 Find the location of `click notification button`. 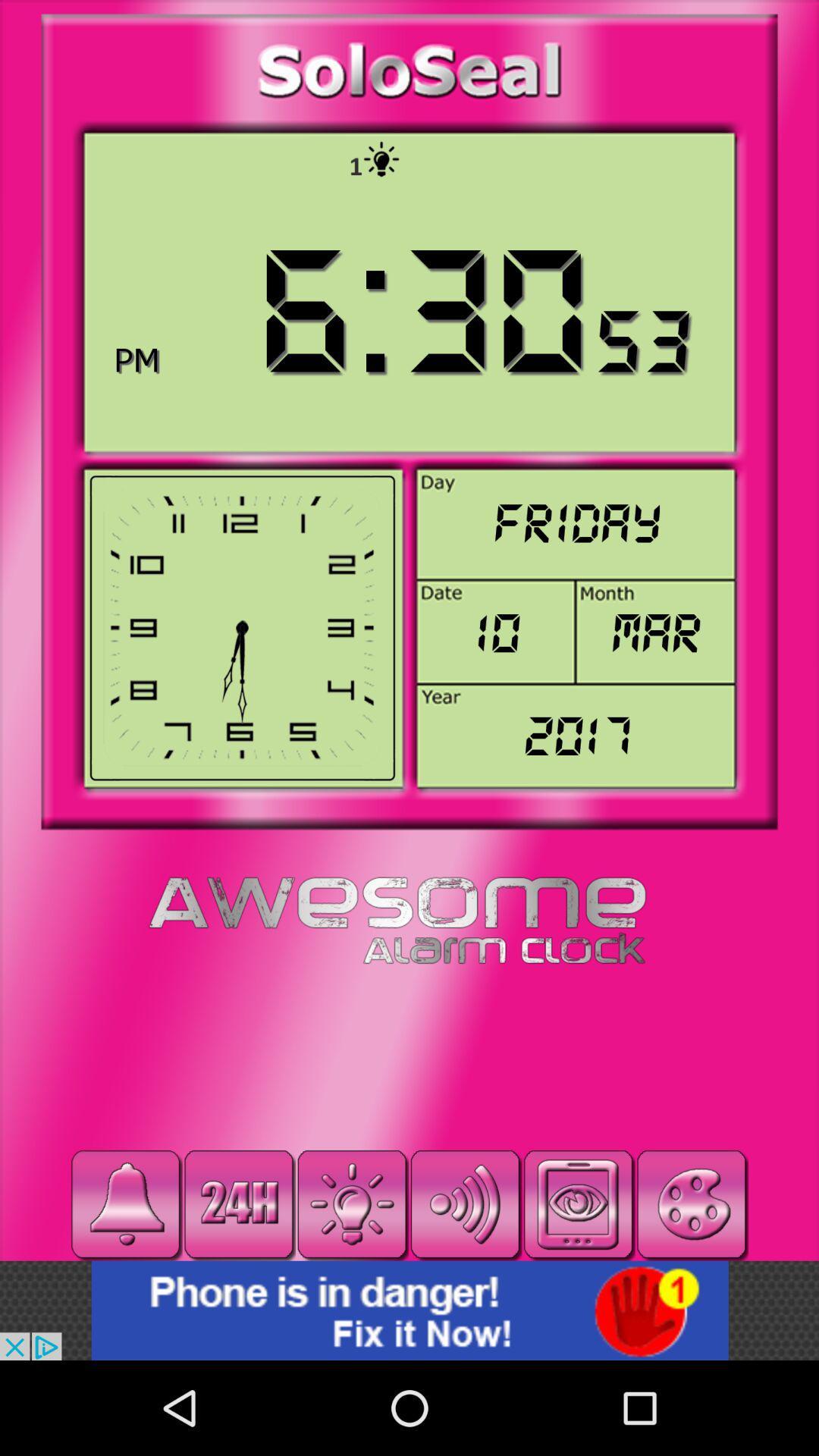

click notification button is located at coordinates (125, 1203).